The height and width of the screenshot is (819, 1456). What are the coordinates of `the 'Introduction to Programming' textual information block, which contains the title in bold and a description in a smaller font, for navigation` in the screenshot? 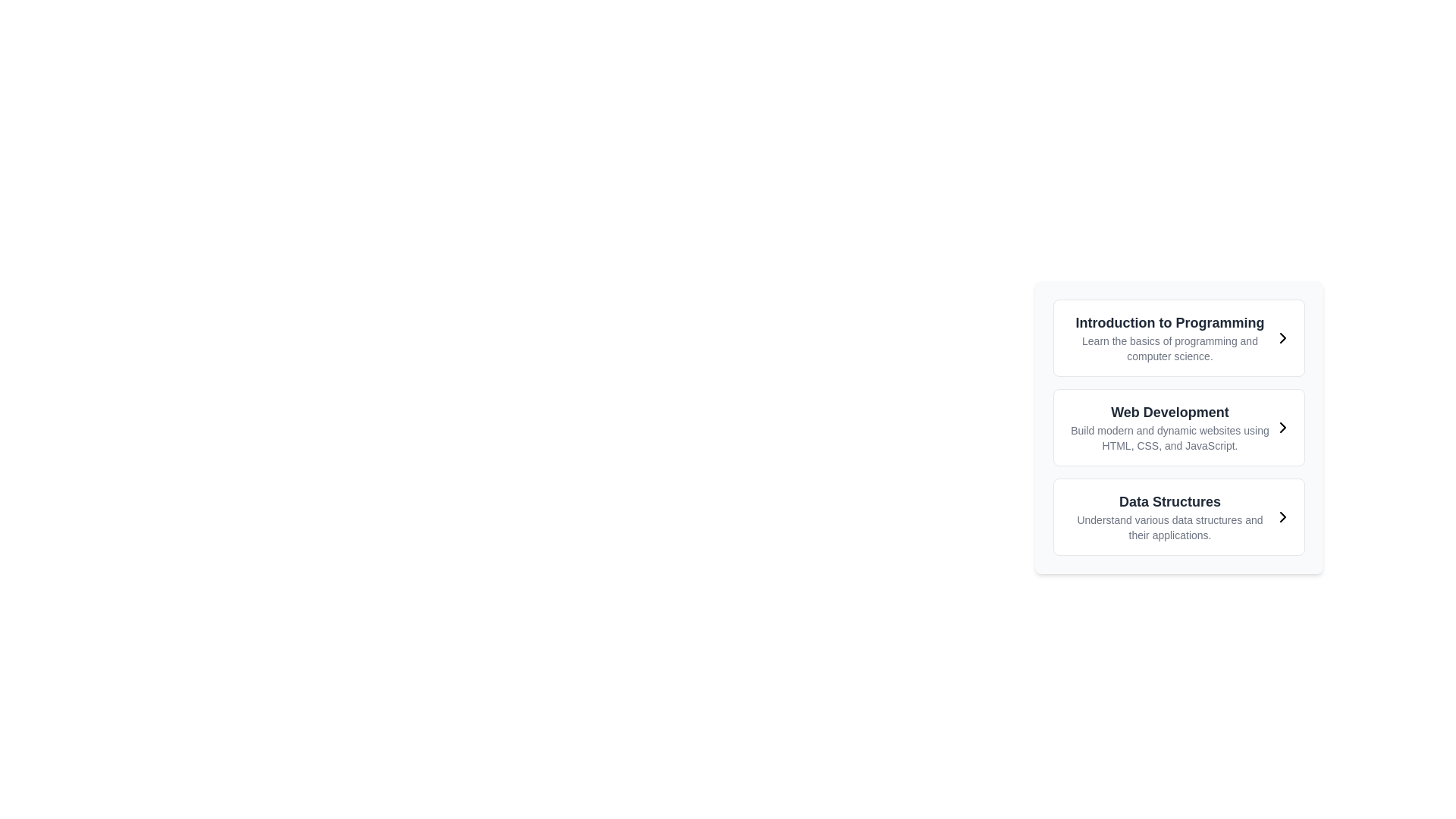 It's located at (1169, 337).